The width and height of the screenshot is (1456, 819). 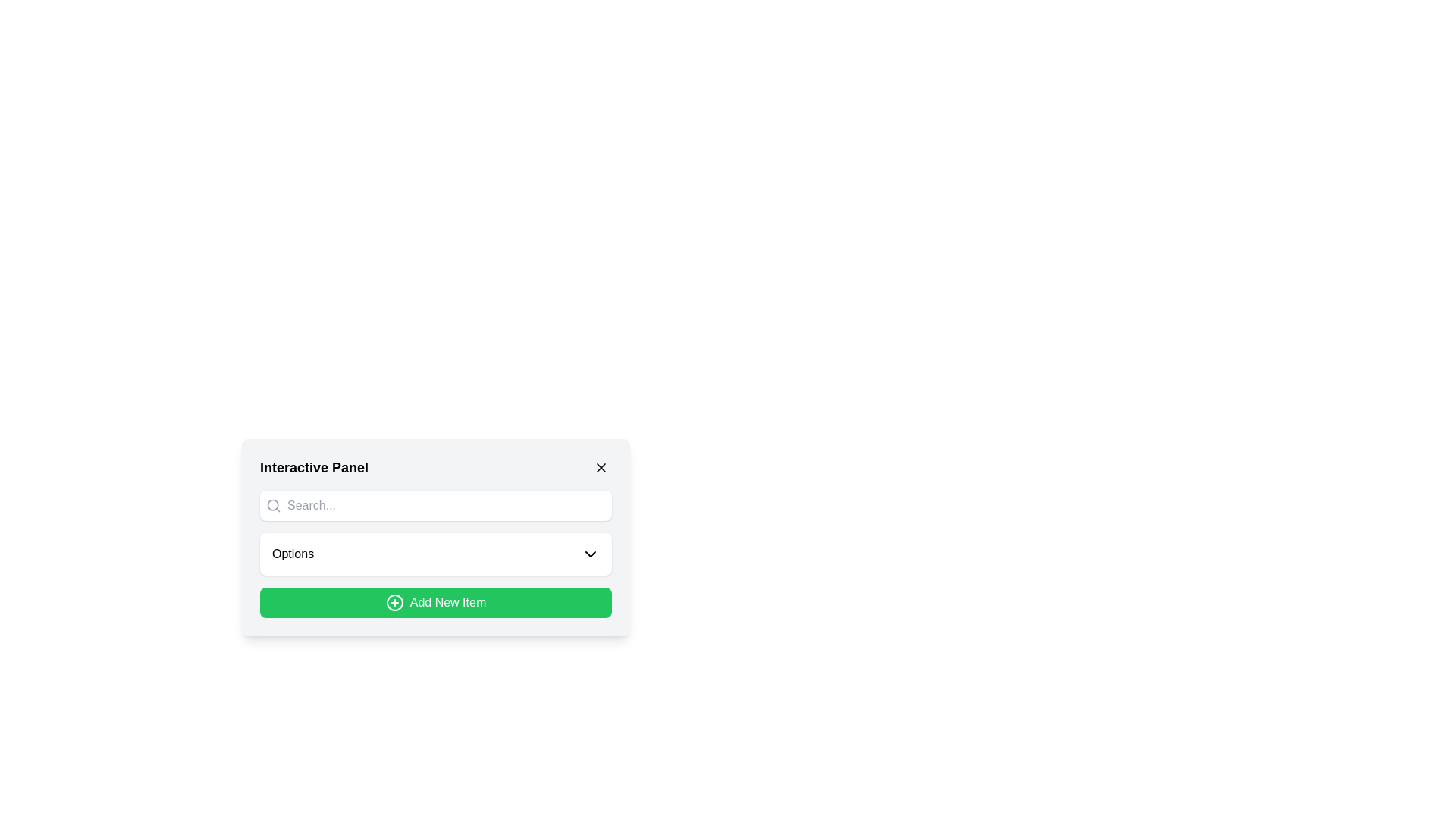 What do you see at coordinates (293, 554) in the screenshot?
I see `the Text label for the dropdown menu, which displays the currently selected item` at bounding box center [293, 554].